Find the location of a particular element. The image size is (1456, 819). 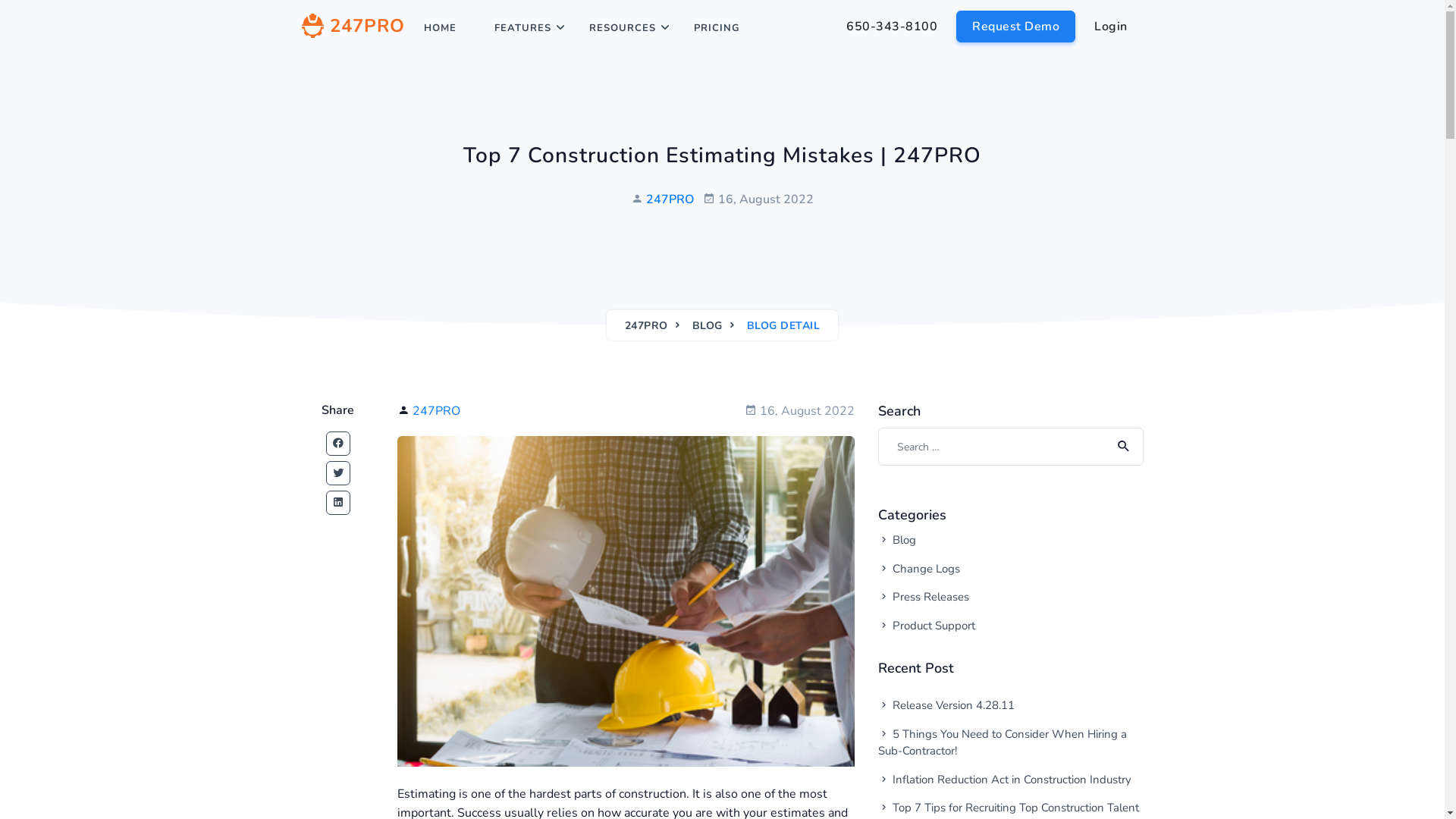

'HOME' is located at coordinates (439, 28).